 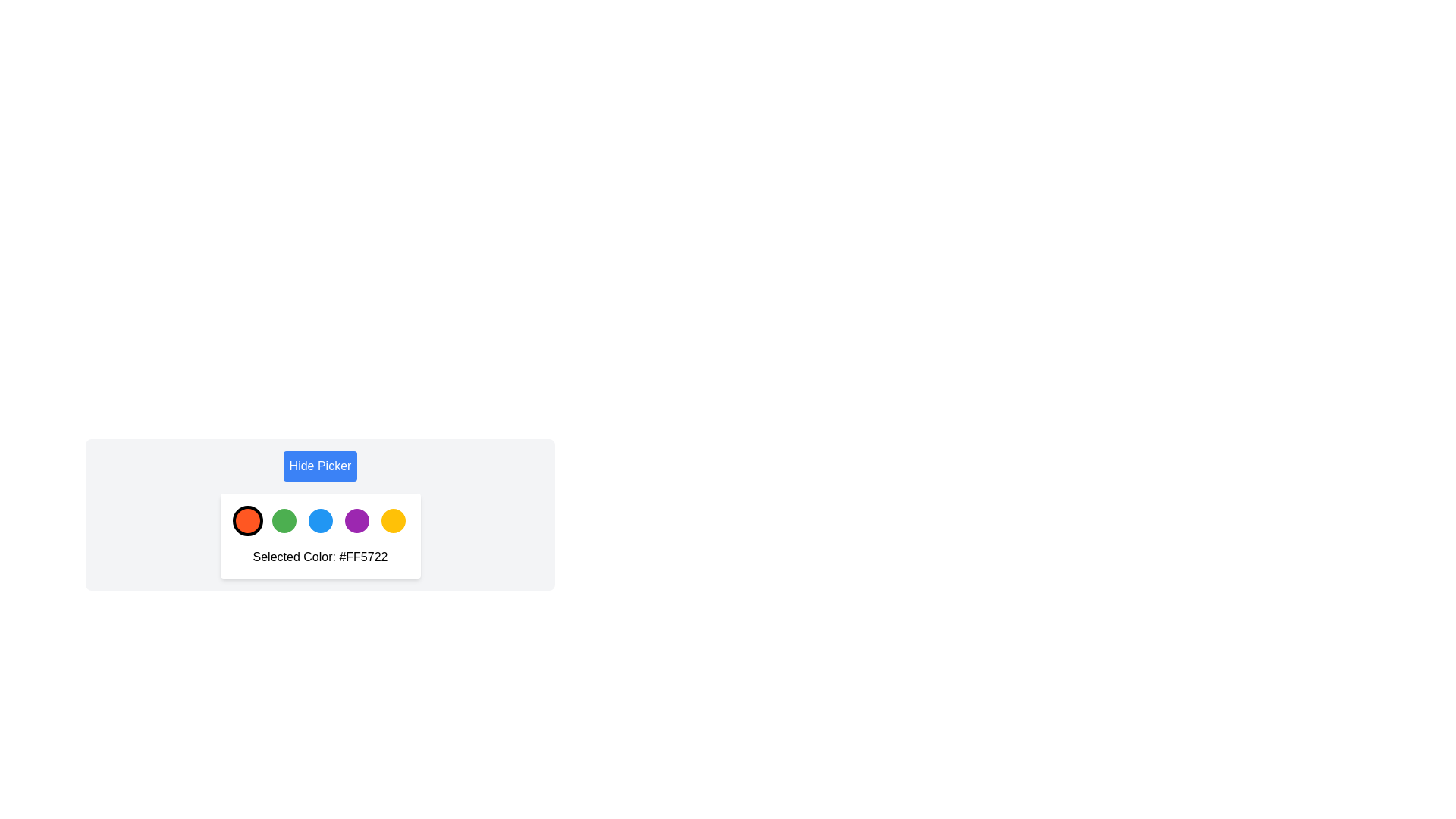 What do you see at coordinates (319, 519) in the screenshot?
I see `the circular blue button with a white border, which is the third in a sequence of five buttons` at bounding box center [319, 519].